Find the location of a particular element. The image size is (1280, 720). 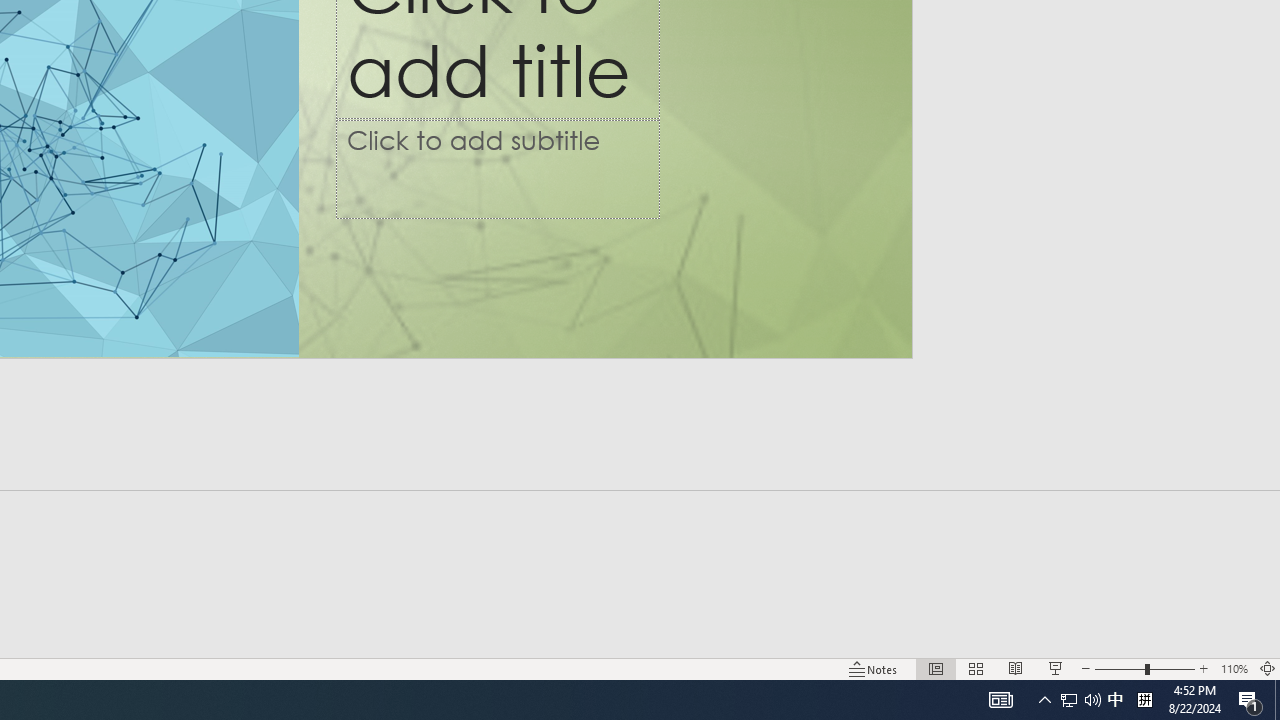

'Zoom 110%' is located at coordinates (1233, 669).